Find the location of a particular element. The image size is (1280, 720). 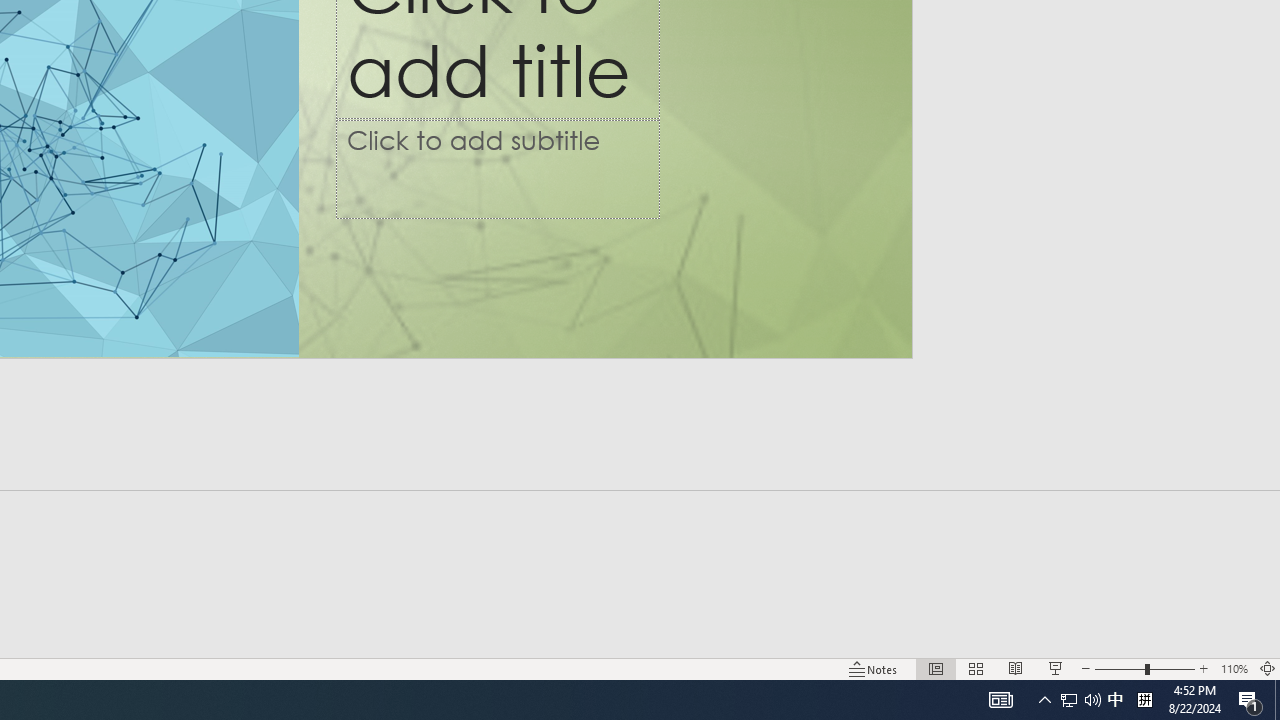

'Zoom 110%' is located at coordinates (1233, 669).